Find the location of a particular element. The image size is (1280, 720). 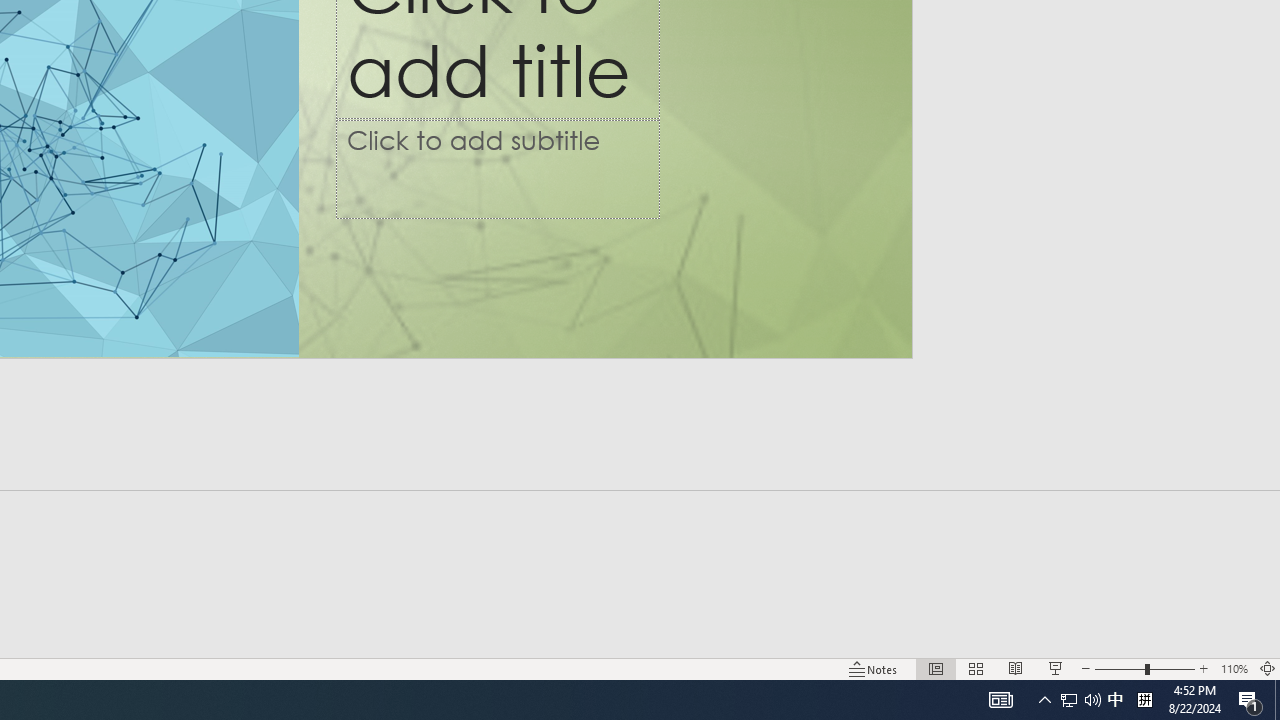

'Zoom 110%' is located at coordinates (1233, 669).